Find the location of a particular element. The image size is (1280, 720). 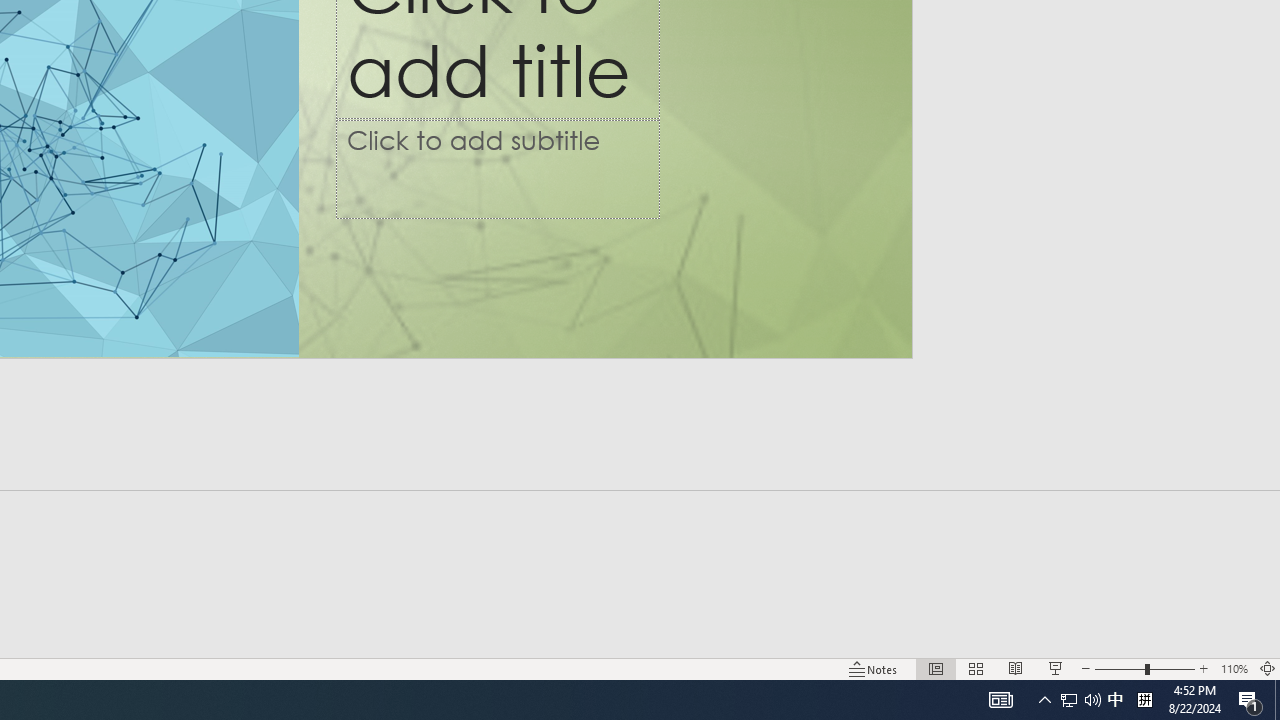

'Zoom 110%' is located at coordinates (1233, 669).